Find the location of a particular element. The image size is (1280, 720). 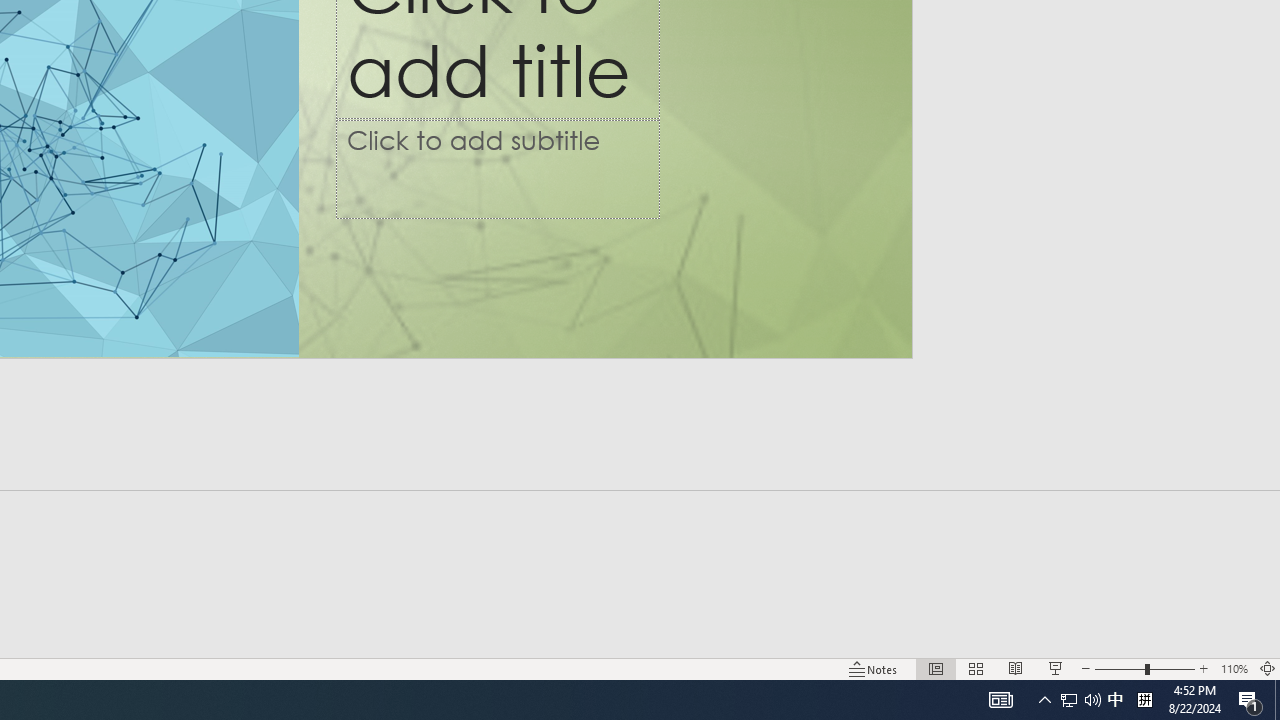

'Zoom 110%' is located at coordinates (1233, 669).